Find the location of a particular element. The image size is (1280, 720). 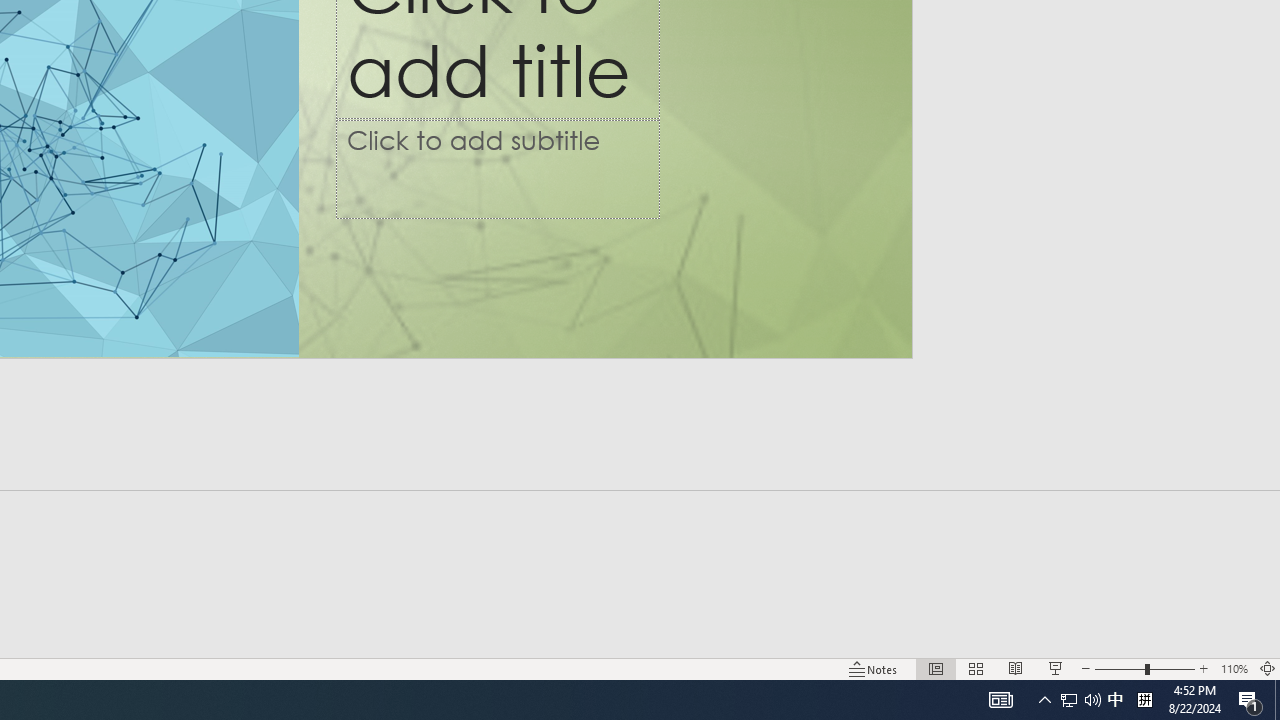

'Zoom 110%' is located at coordinates (1233, 669).